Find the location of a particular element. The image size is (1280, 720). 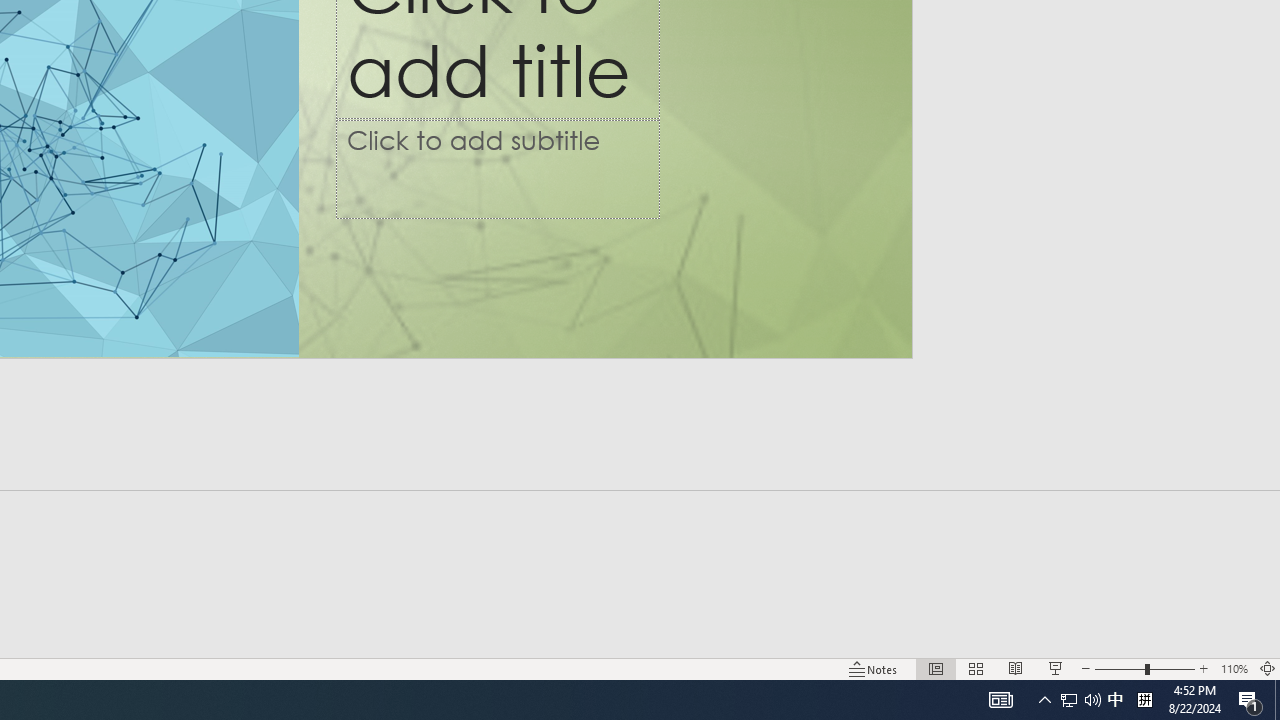

'Zoom 110%' is located at coordinates (1233, 669).